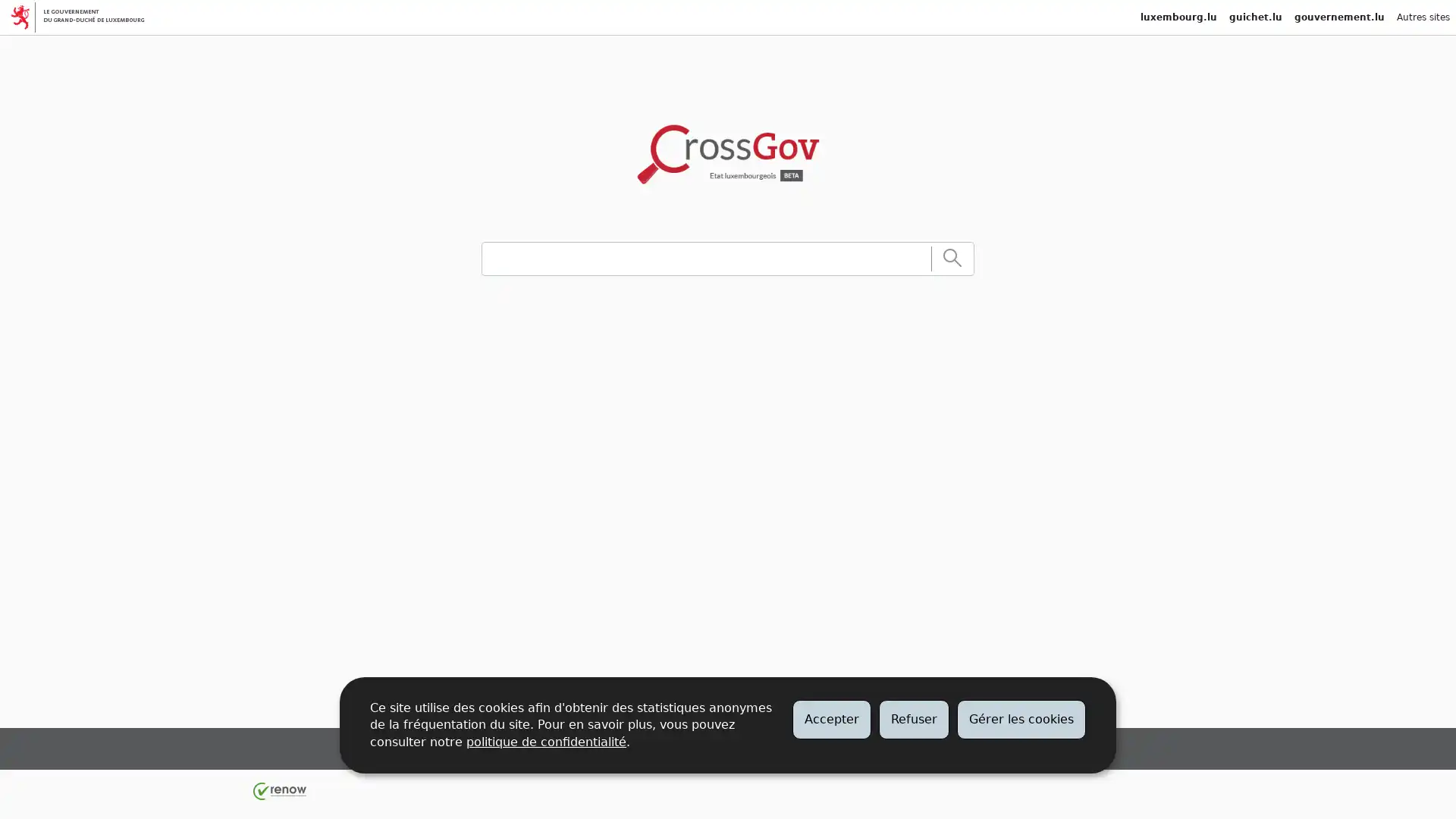  I want to click on Lancer la recherche (Global), so click(952, 257).